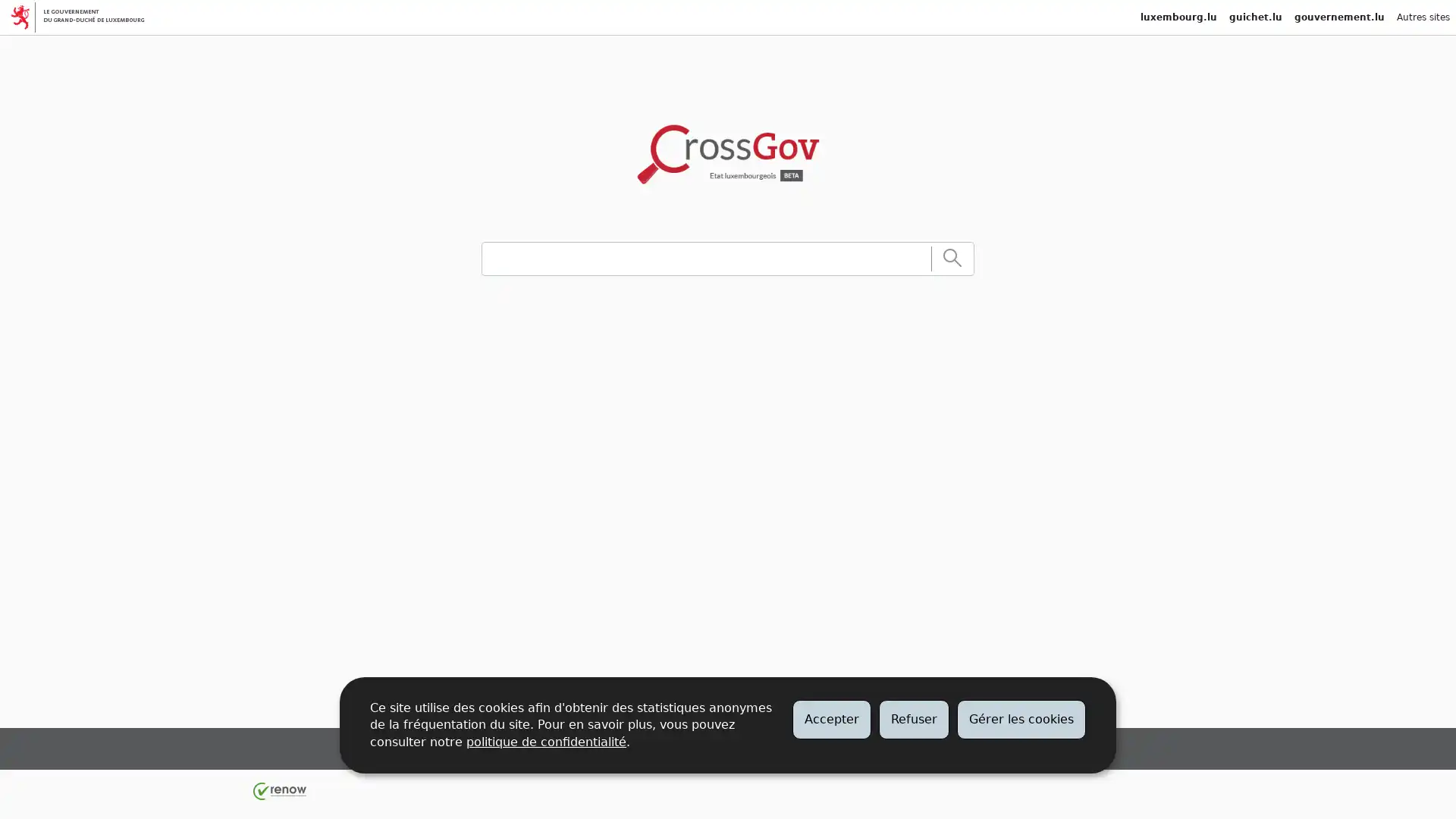  I want to click on Lancer la recherche (Global), so click(952, 257).